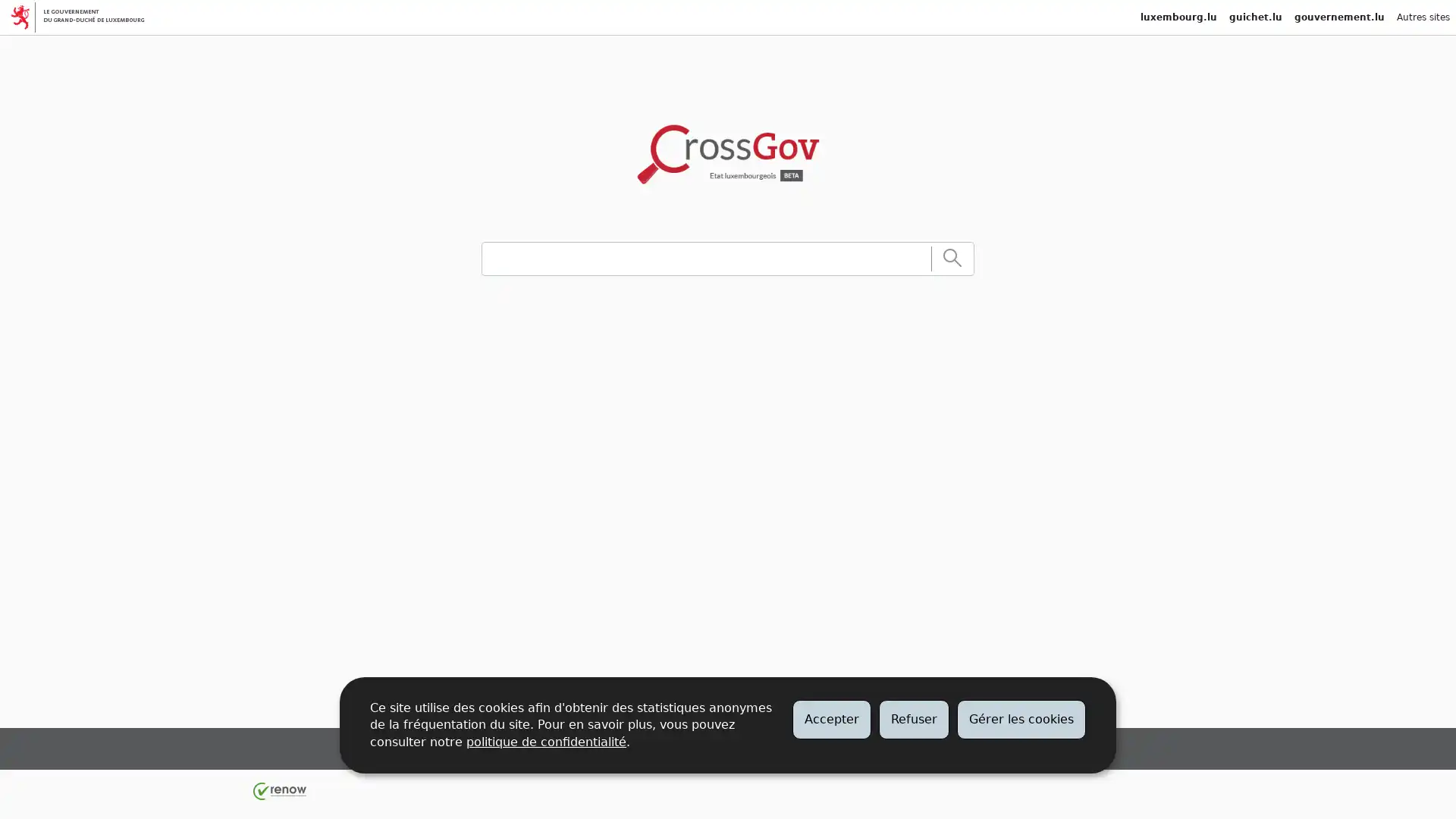  I want to click on Lancer la recherche (Global), so click(952, 257).